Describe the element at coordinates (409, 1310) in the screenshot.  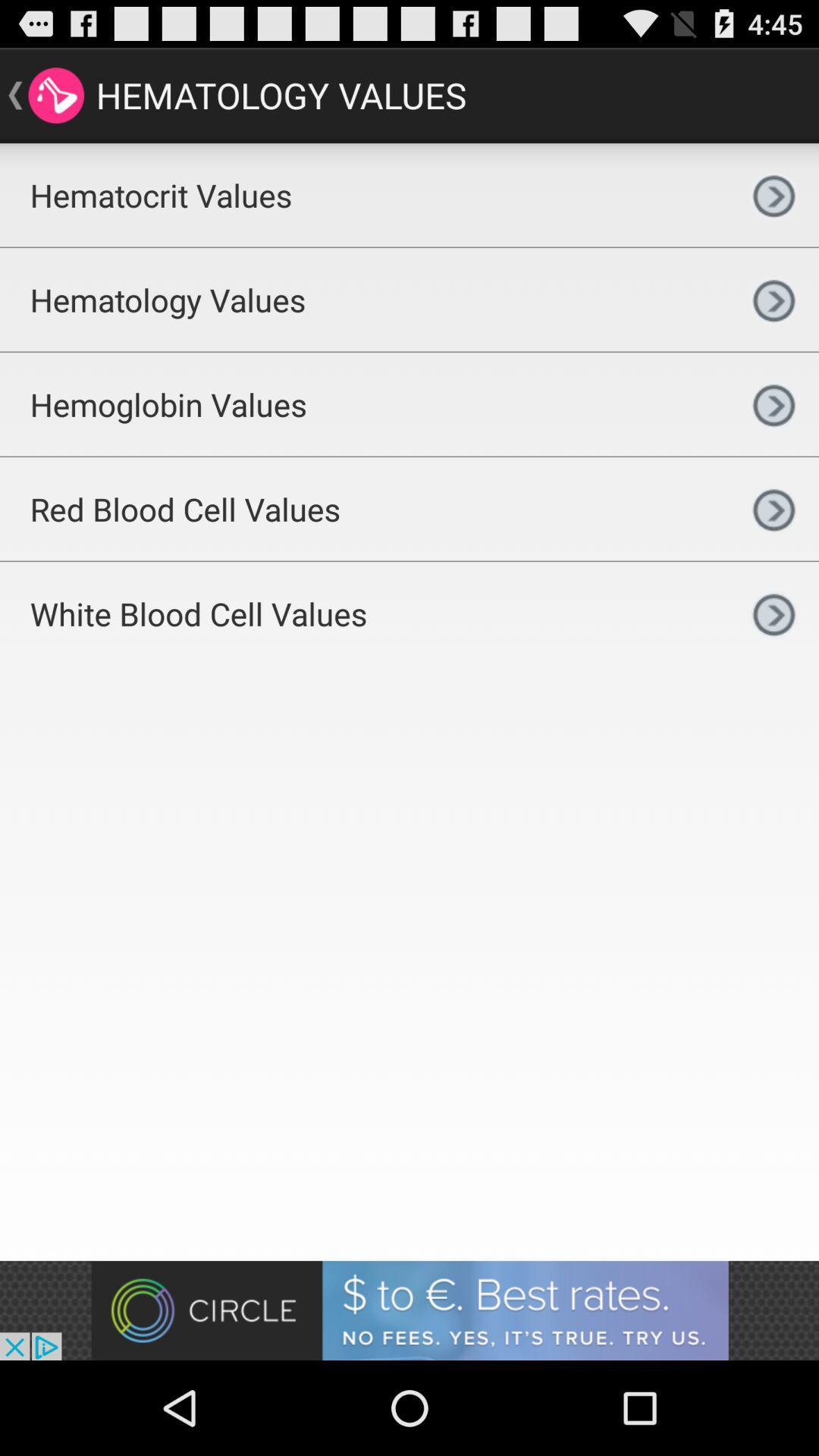
I see `open advertisement` at that location.